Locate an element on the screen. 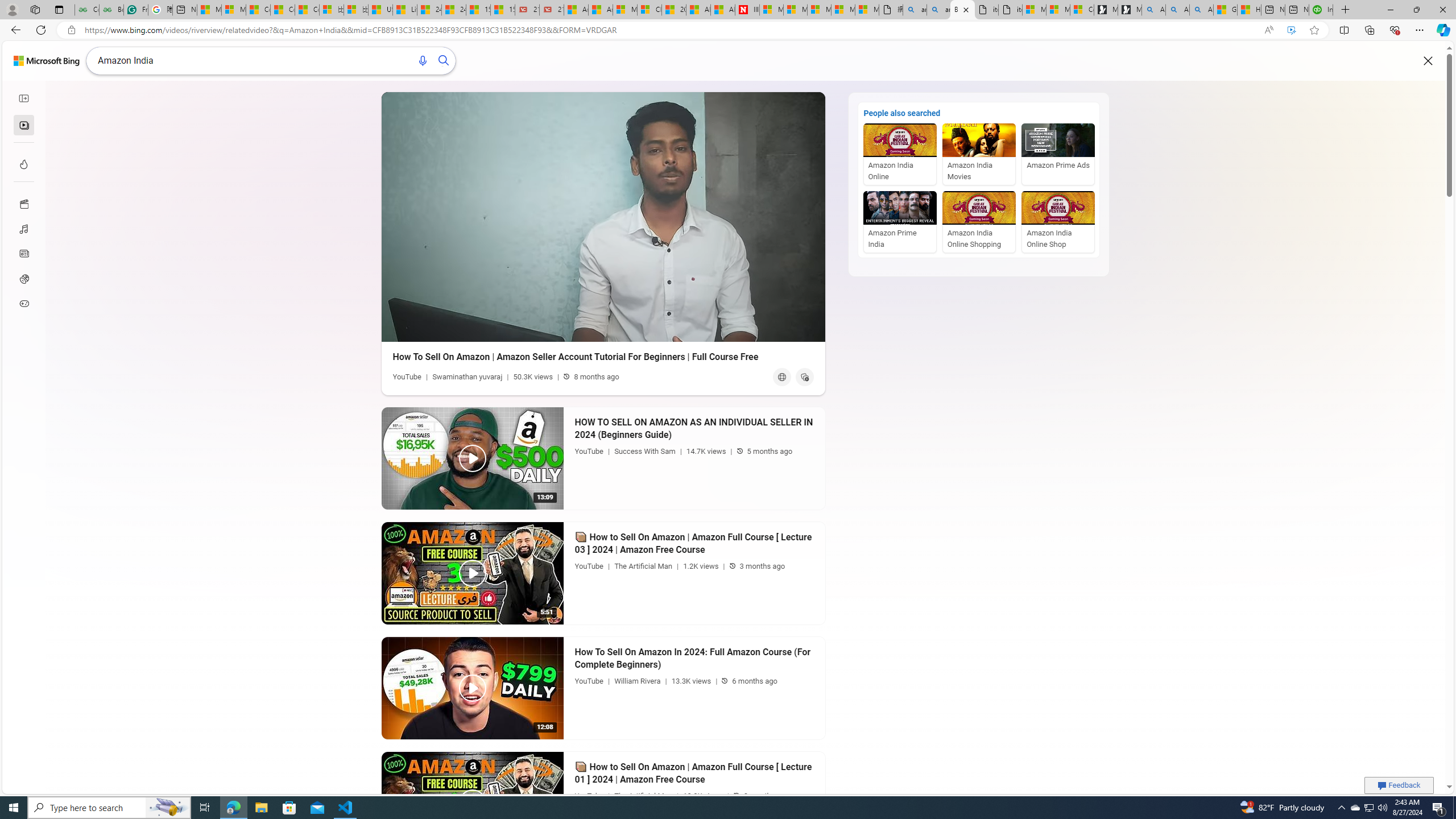  'Intuit QuickBooks Online - Quickbooks' is located at coordinates (1321, 9).